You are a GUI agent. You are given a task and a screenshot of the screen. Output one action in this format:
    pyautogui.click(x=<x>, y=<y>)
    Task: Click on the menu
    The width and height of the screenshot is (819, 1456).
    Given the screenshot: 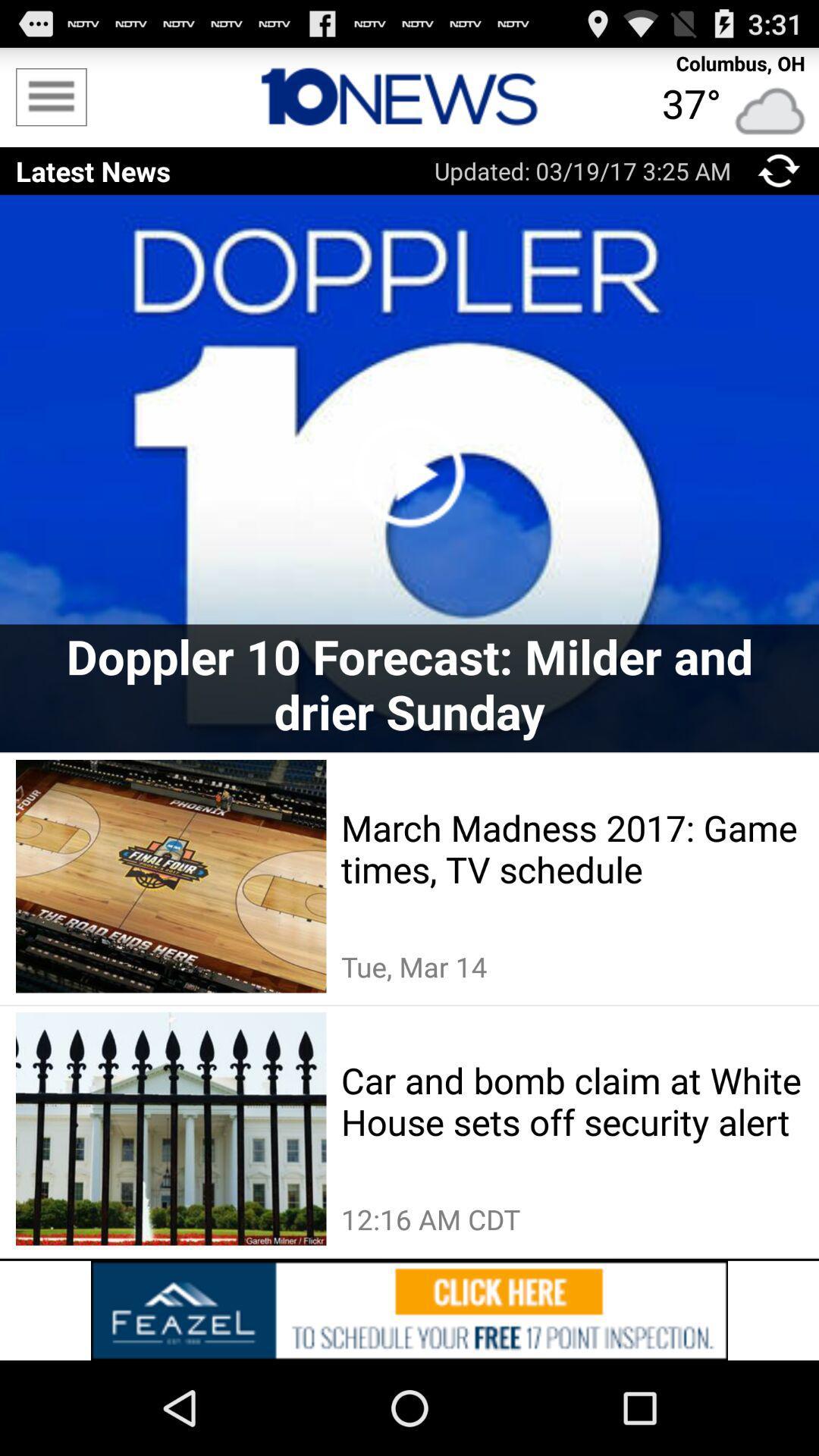 What is the action you would take?
    pyautogui.click(x=50, y=96)
    